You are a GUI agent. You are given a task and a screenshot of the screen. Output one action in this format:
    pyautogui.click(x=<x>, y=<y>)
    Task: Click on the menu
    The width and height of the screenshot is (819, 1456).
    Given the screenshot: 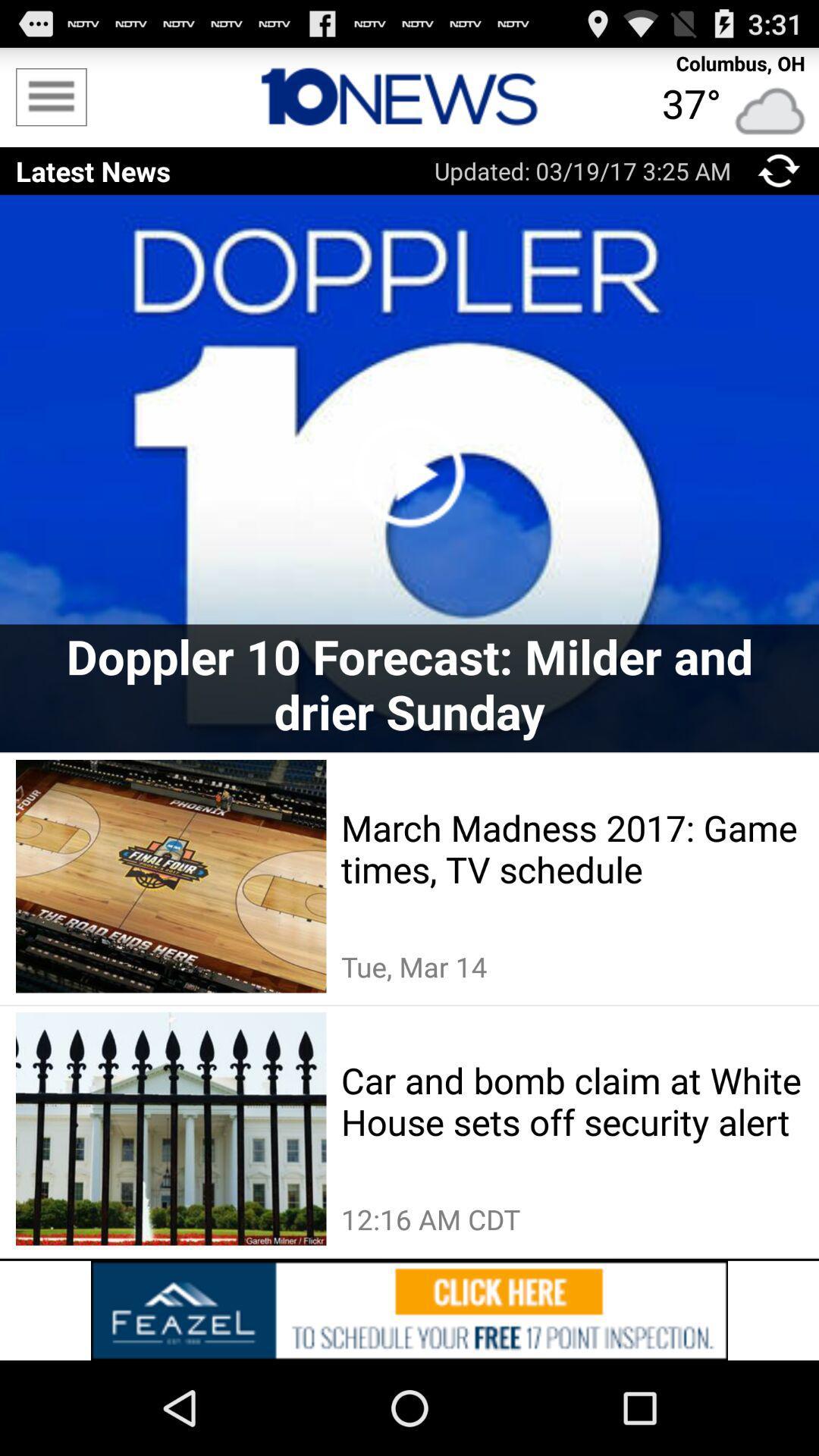 What is the action you would take?
    pyautogui.click(x=50, y=96)
    